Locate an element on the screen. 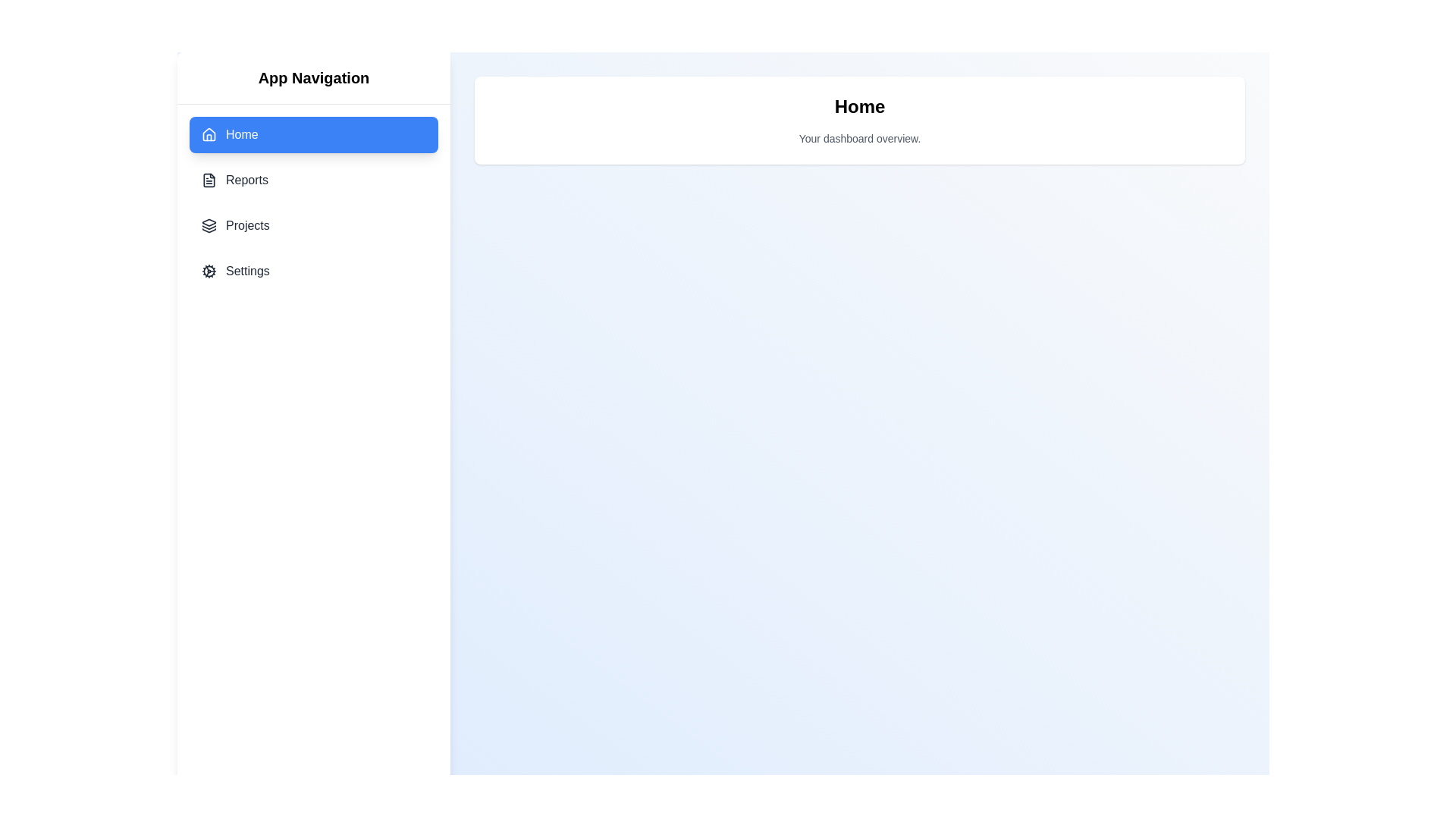 This screenshot has width=1456, height=819. the menu item Projects to inspect its tooltip effect is located at coordinates (312, 225).